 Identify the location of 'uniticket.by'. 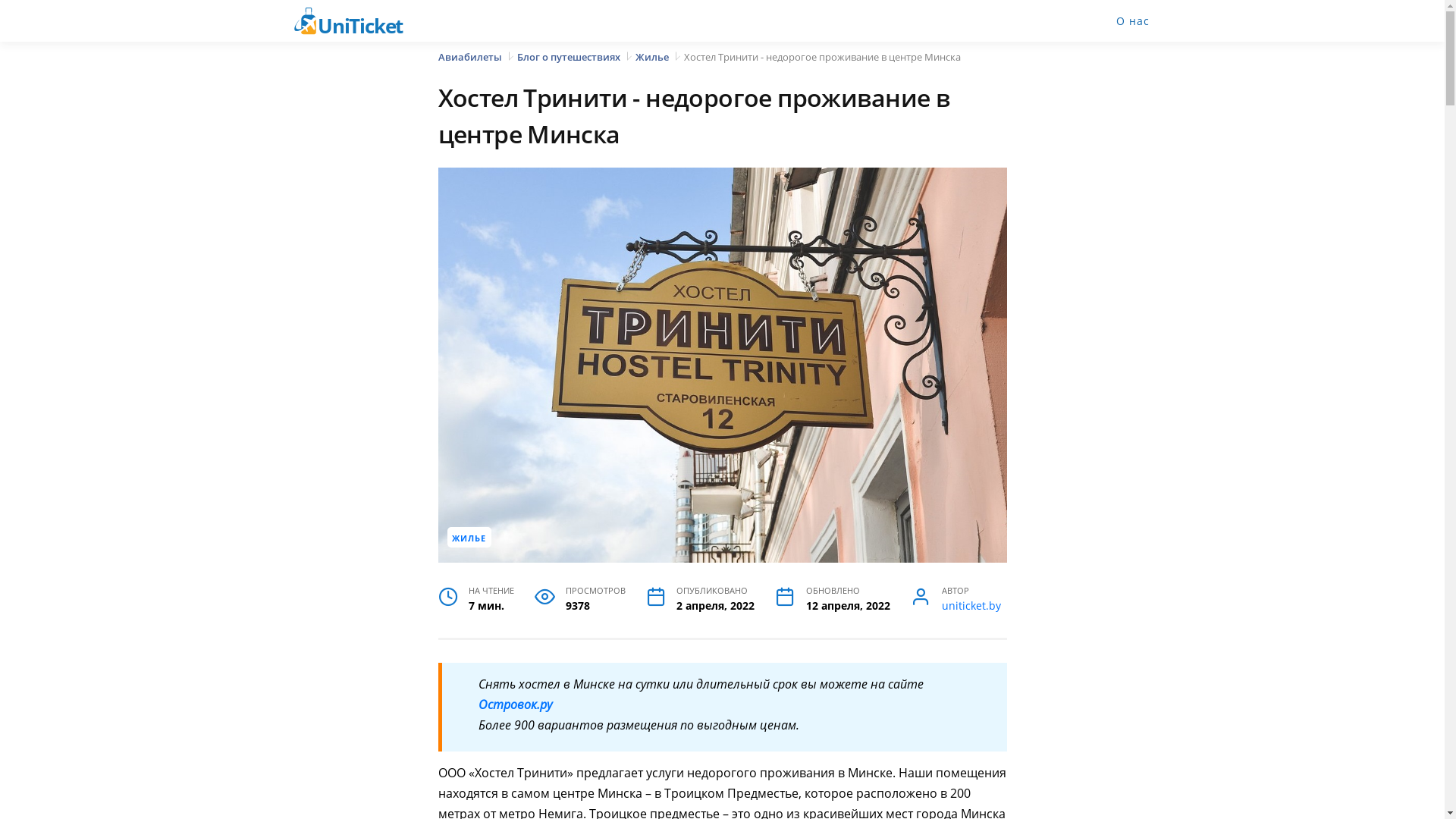
(971, 604).